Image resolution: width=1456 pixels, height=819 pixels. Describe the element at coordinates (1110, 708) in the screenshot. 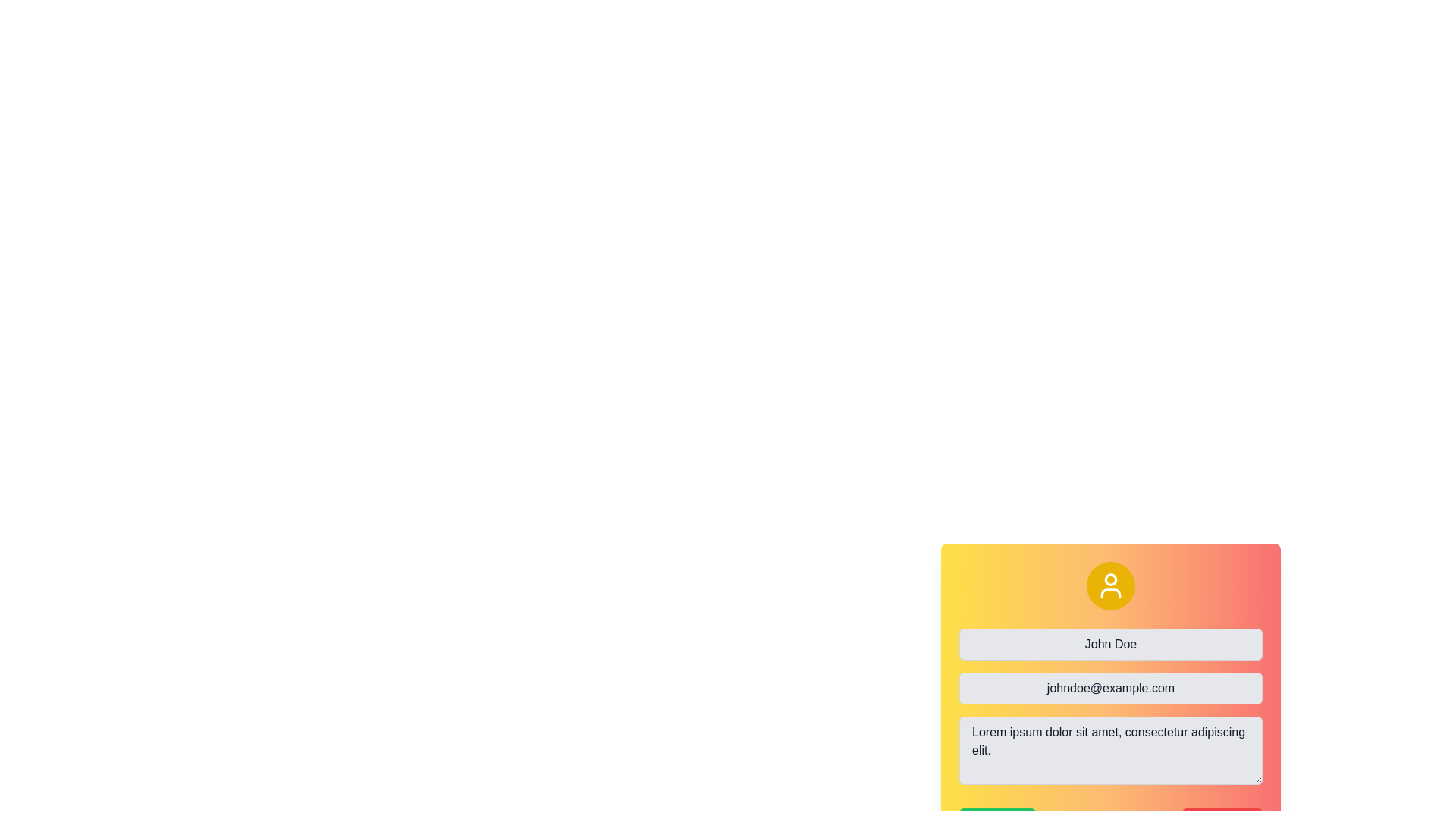

I see `the multi-line text input area with a light gray background and rounded border, located beneath the input fields for 'John Doe' and 'johndoe@example.com'` at that location.